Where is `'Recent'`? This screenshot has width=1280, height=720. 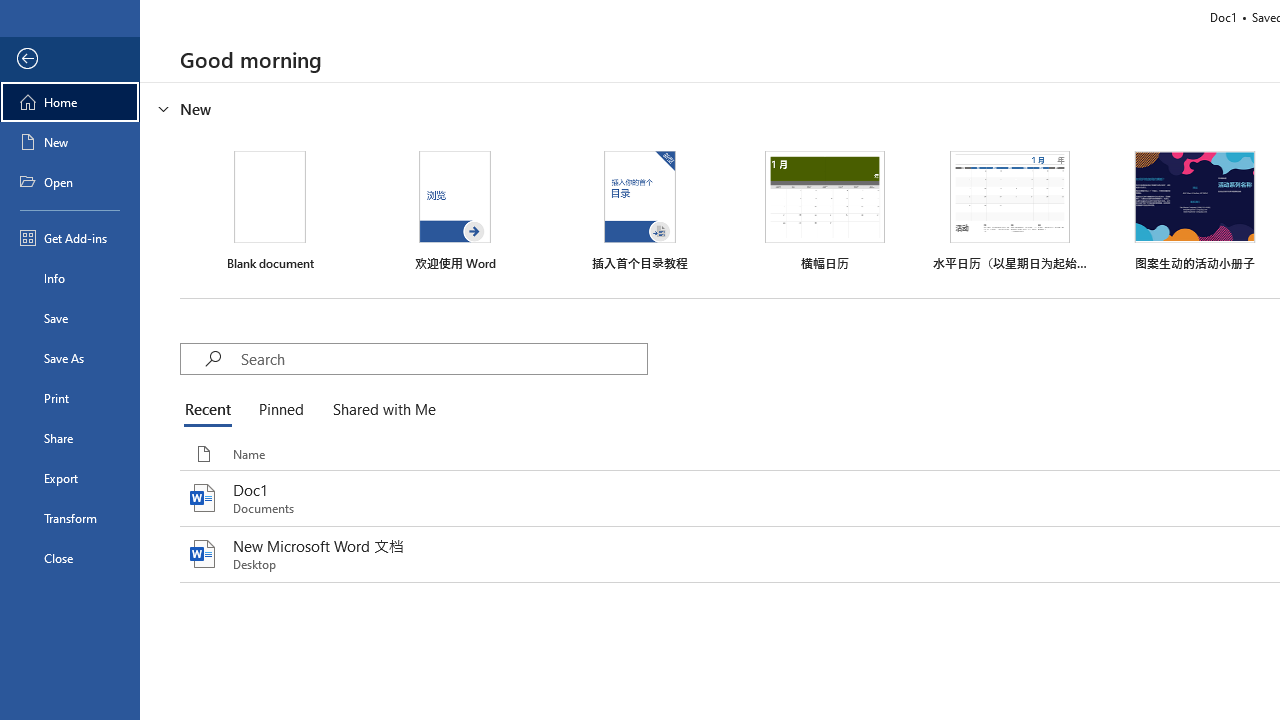
'Recent' is located at coordinates (212, 410).